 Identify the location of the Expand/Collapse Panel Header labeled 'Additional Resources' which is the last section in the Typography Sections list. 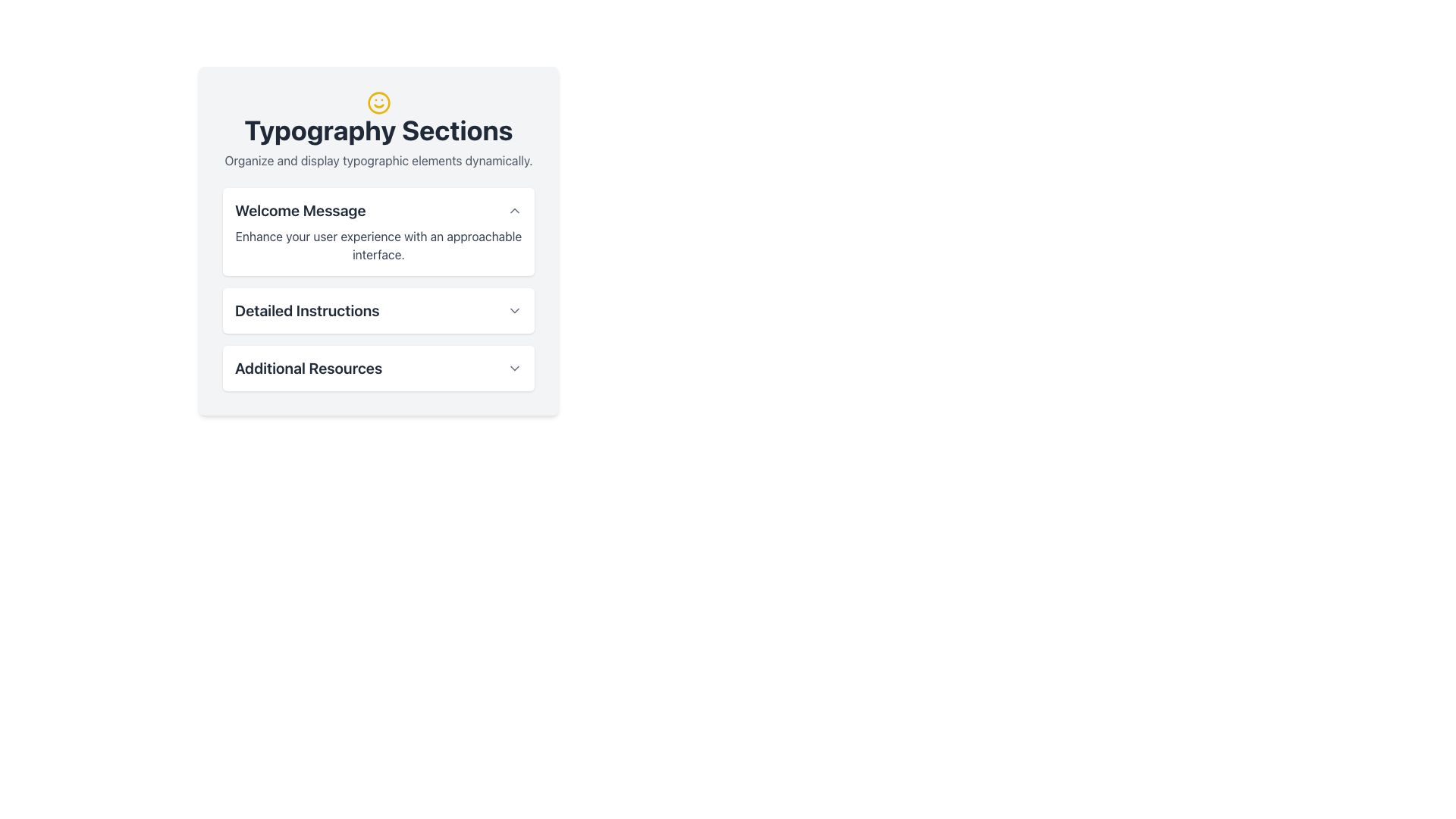
(378, 369).